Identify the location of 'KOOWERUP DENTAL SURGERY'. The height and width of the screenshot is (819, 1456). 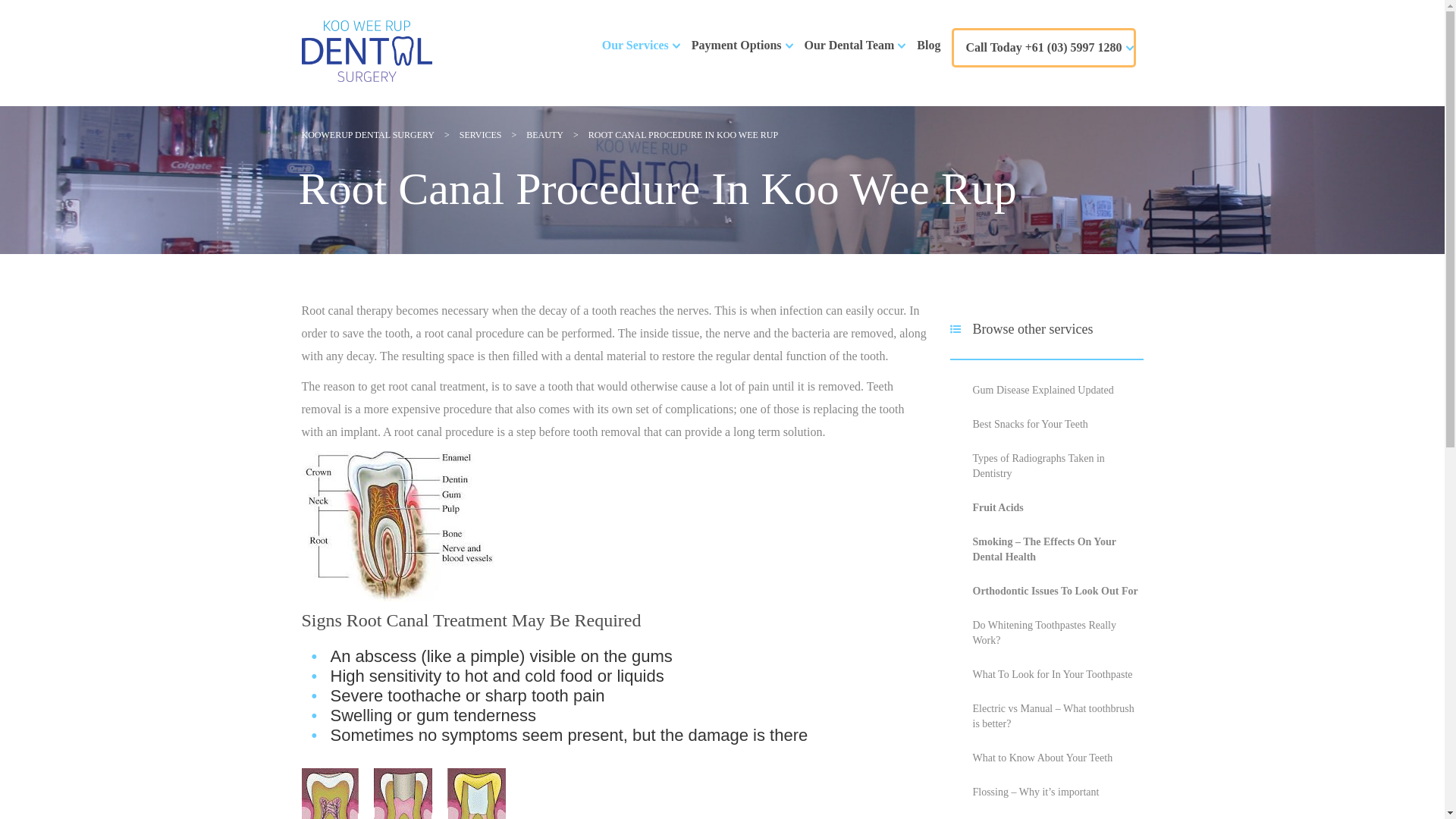
(368, 133).